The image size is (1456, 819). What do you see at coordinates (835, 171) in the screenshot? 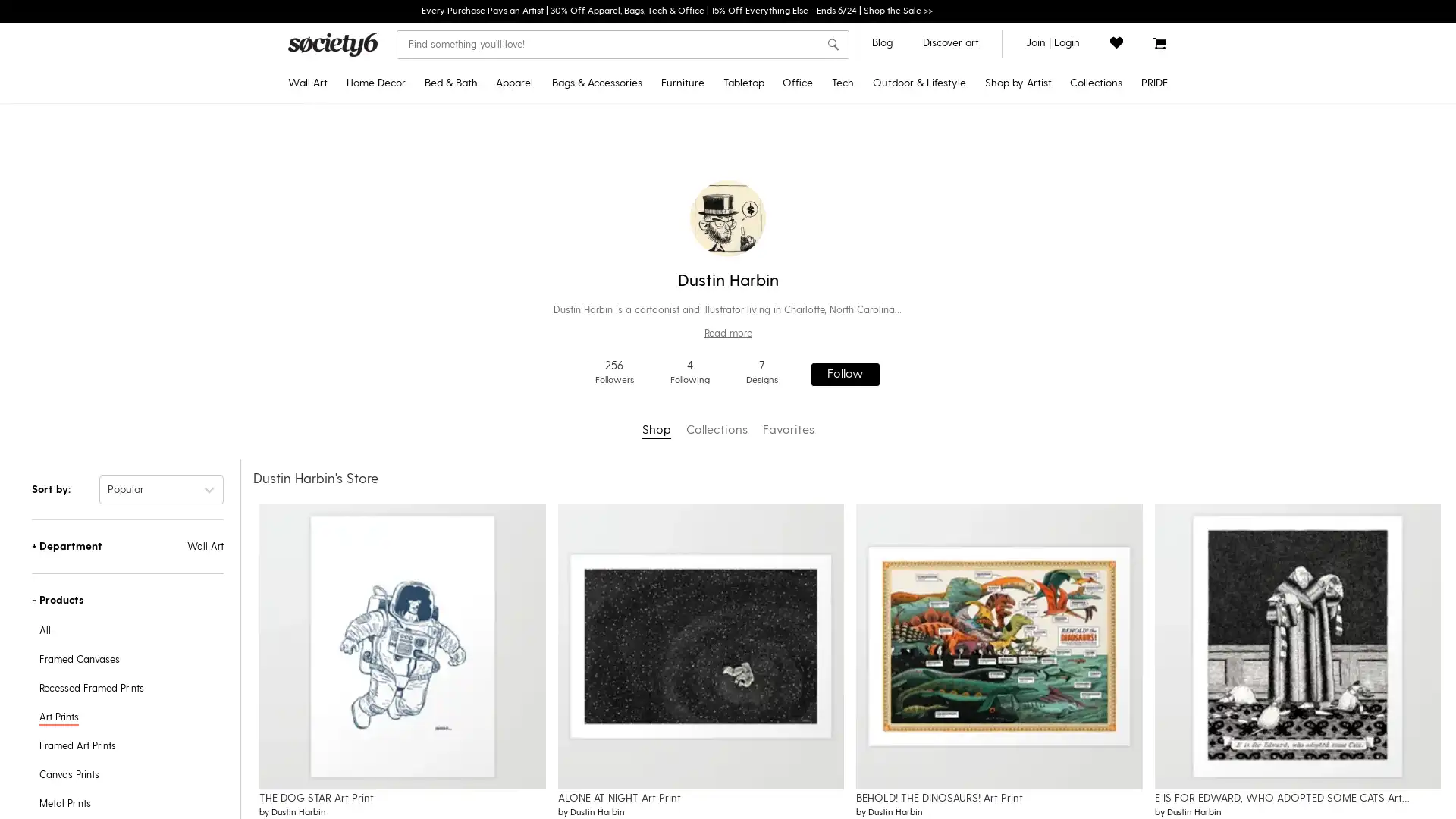
I see `Notebooks` at bounding box center [835, 171].